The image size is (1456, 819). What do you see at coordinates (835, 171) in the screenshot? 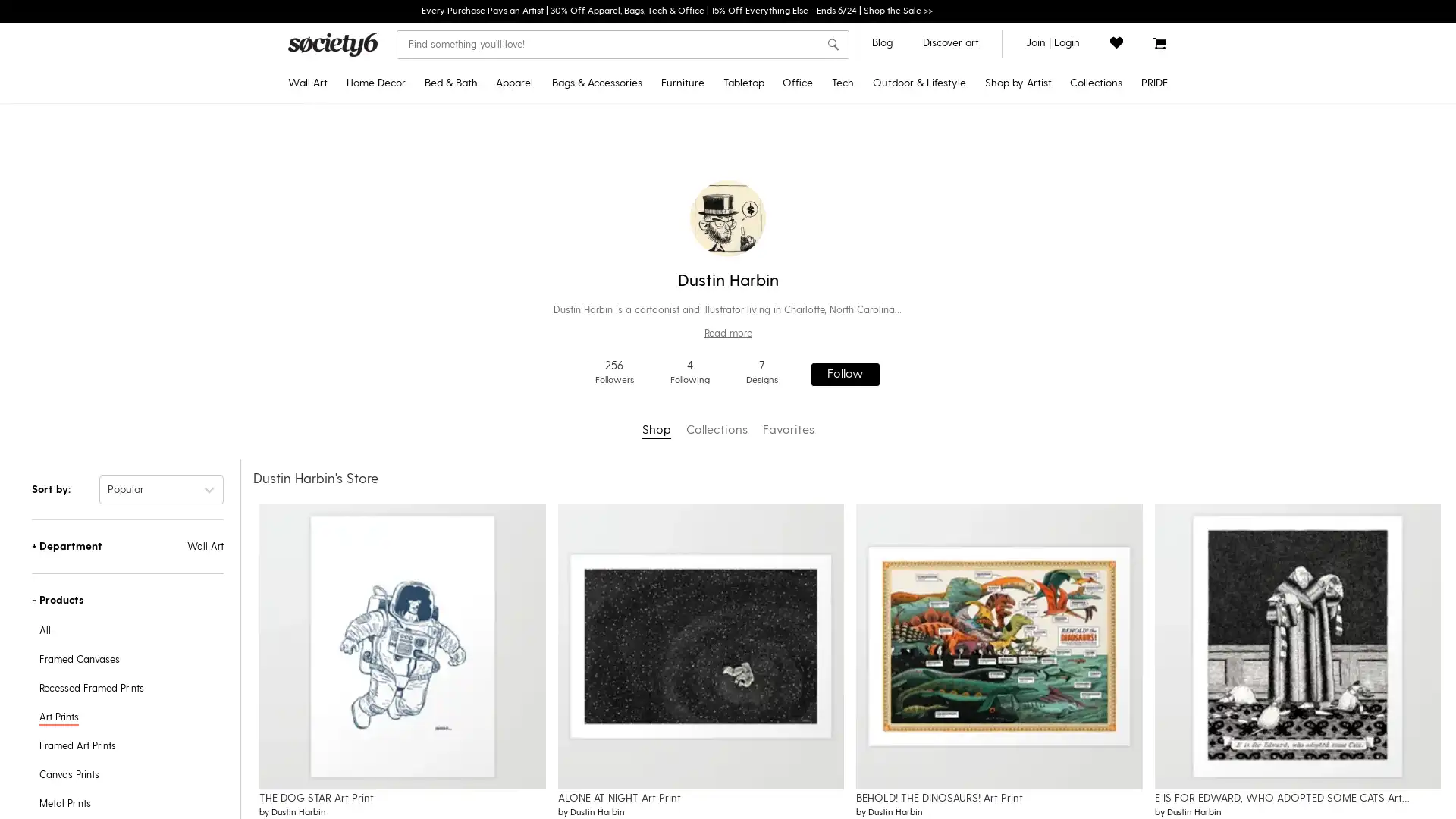
I see `Notebooks` at bounding box center [835, 171].